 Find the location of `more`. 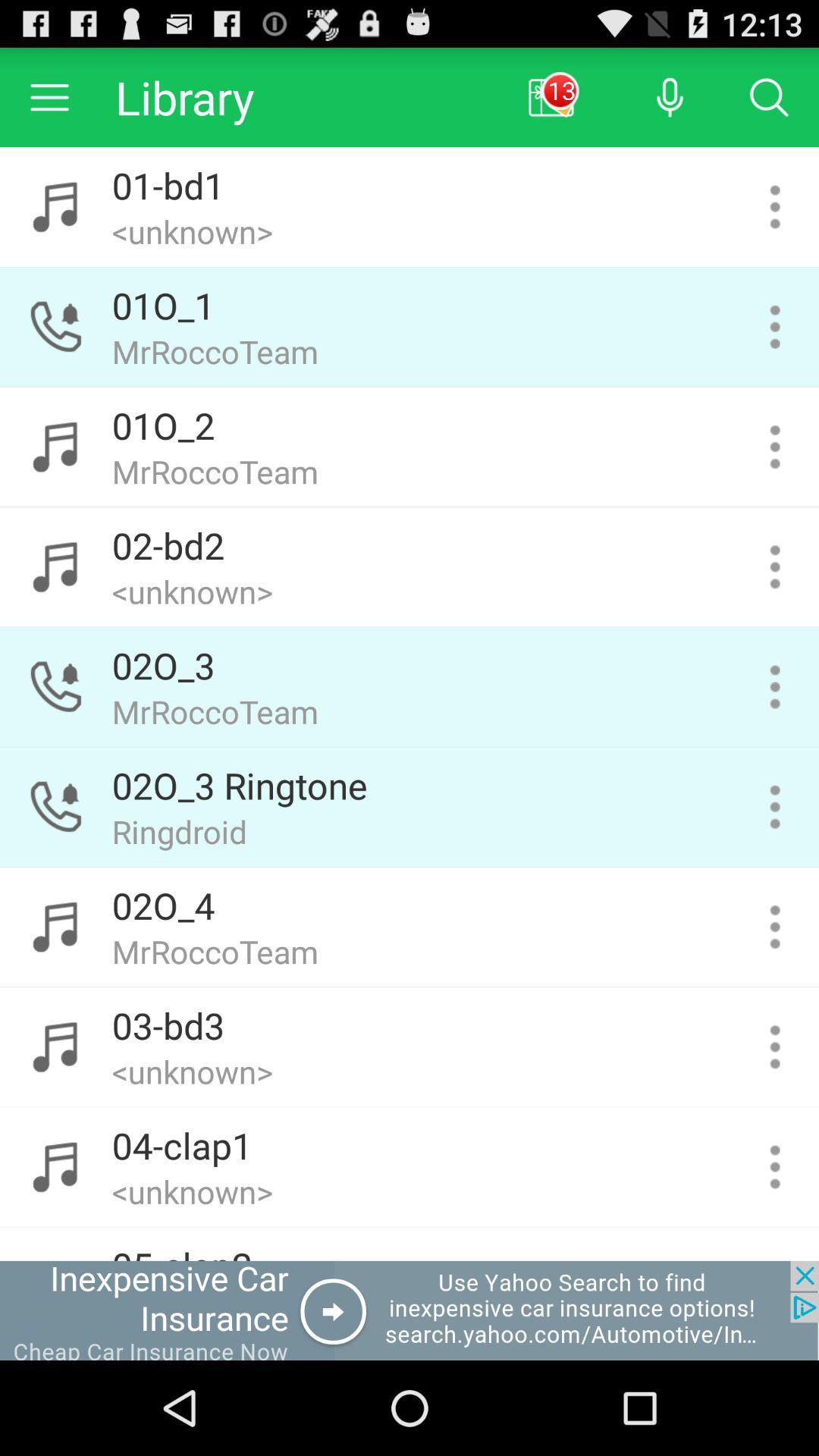

more is located at coordinates (775, 1166).